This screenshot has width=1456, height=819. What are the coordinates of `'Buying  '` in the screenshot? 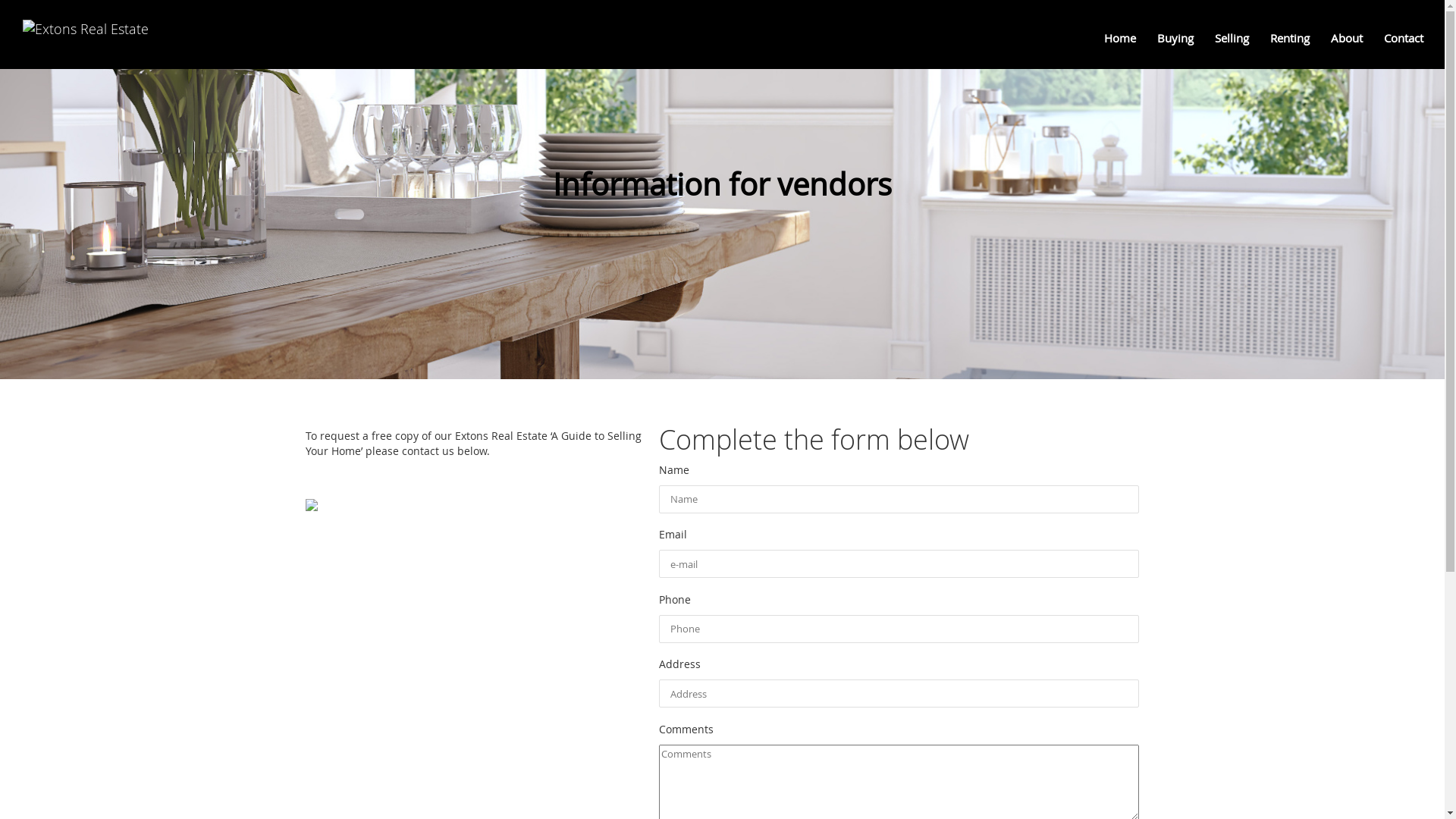 It's located at (1178, 41).